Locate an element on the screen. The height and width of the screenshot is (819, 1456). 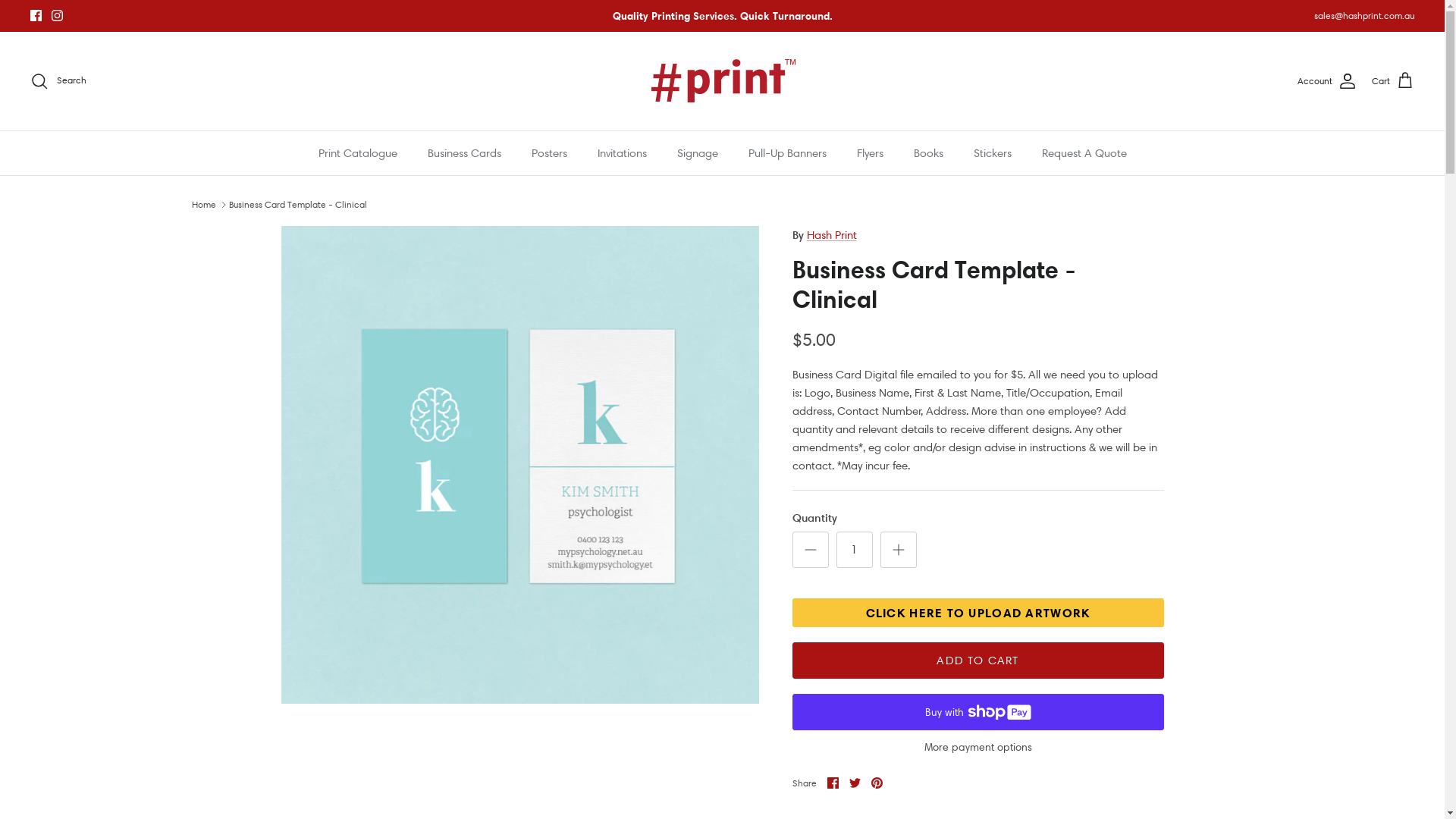
'Pinterest is located at coordinates (876, 783).